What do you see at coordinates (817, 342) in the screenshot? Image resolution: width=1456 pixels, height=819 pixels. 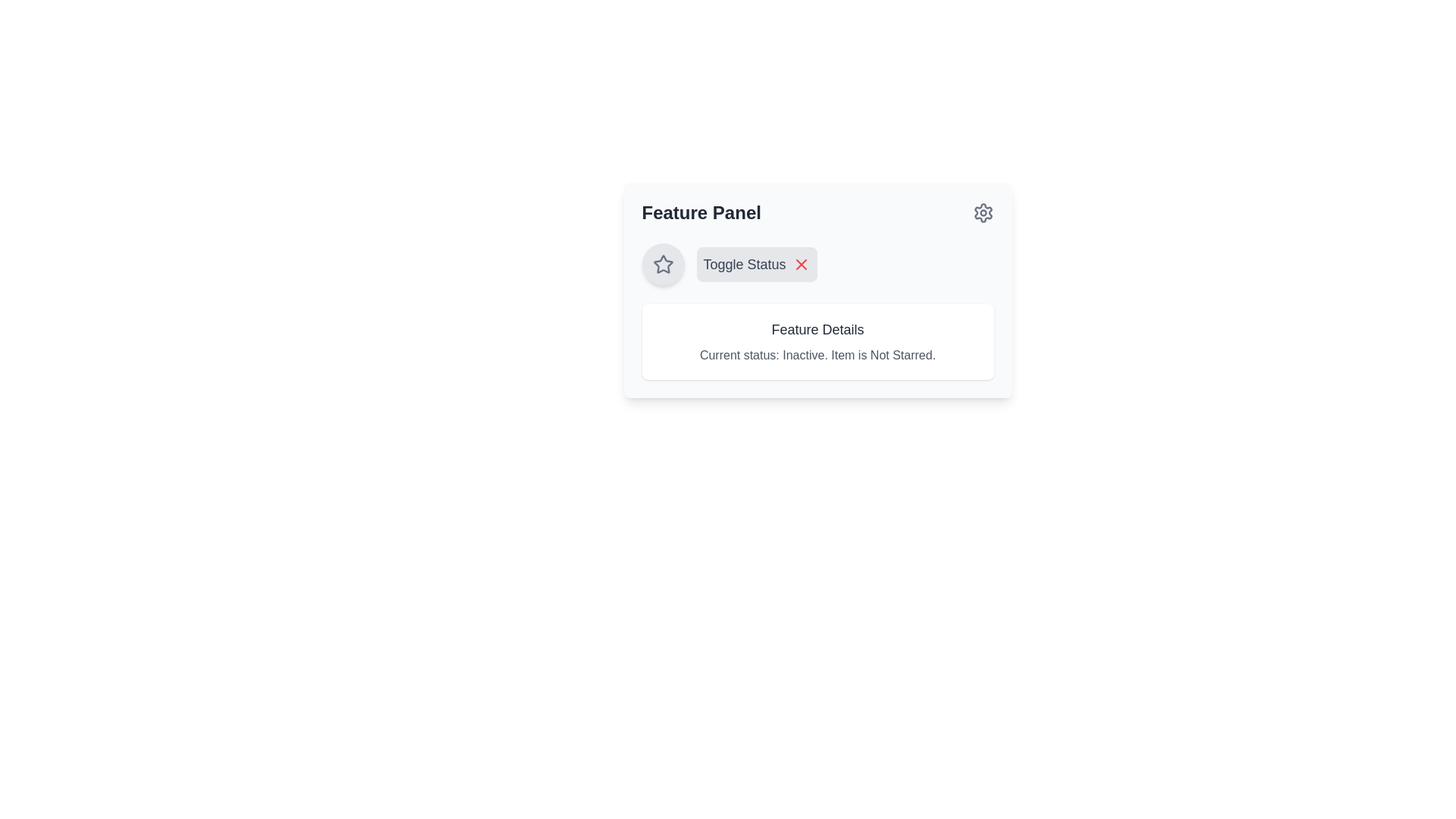 I see `the informational text block that displays feature information, located centrally within the 'Feature Panel' below the 'Toggle Status' button` at bounding box center [817, 342].